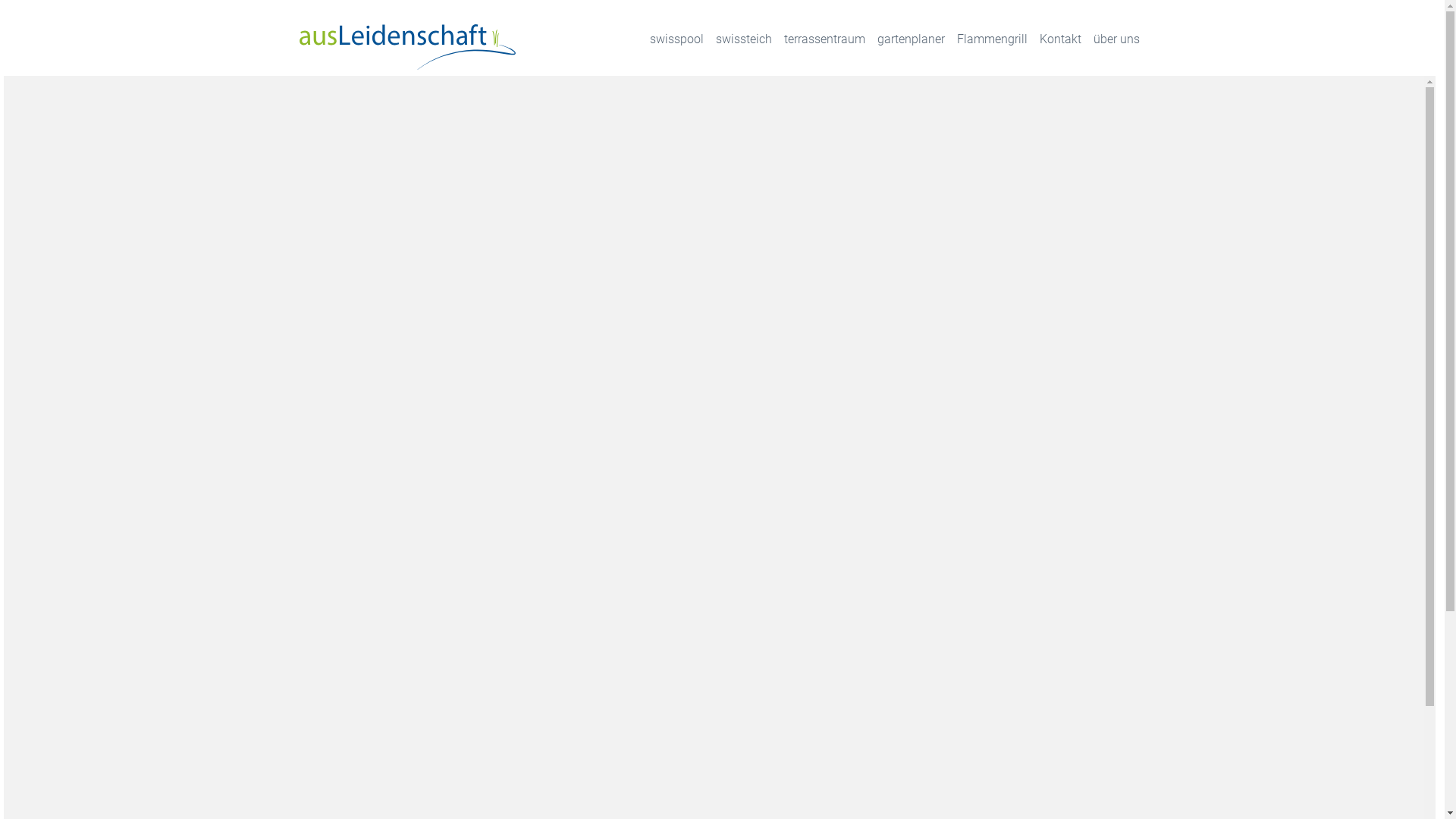 The width and height of the screenshot is (1456, 819). What do you see at coordinates (992, 38) in the screenshot?
I see `'Flammengrill'` at bounding box center [992, 38].